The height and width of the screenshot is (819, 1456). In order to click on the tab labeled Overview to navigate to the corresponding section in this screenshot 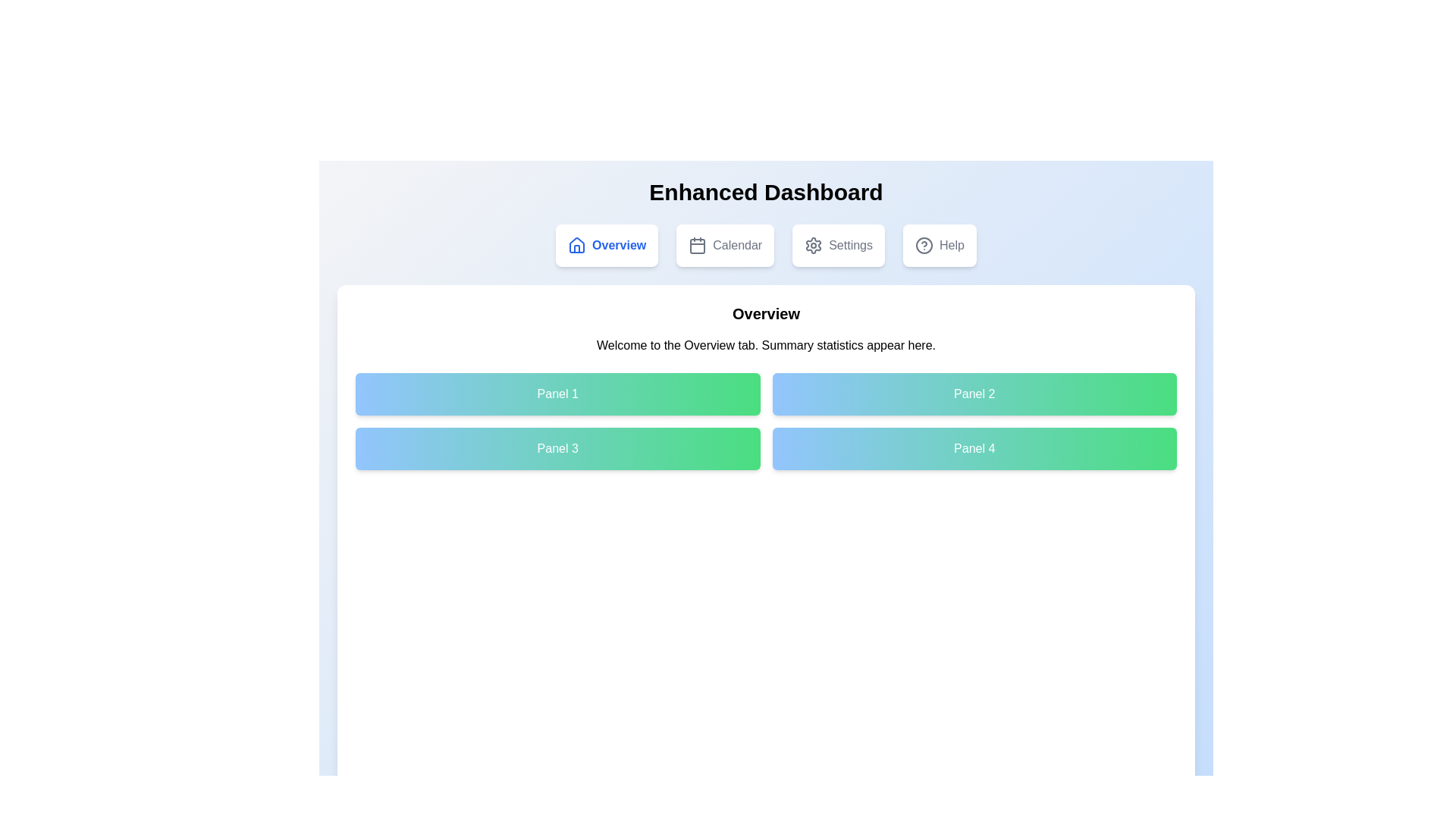, I will do `click(607, 245)`.